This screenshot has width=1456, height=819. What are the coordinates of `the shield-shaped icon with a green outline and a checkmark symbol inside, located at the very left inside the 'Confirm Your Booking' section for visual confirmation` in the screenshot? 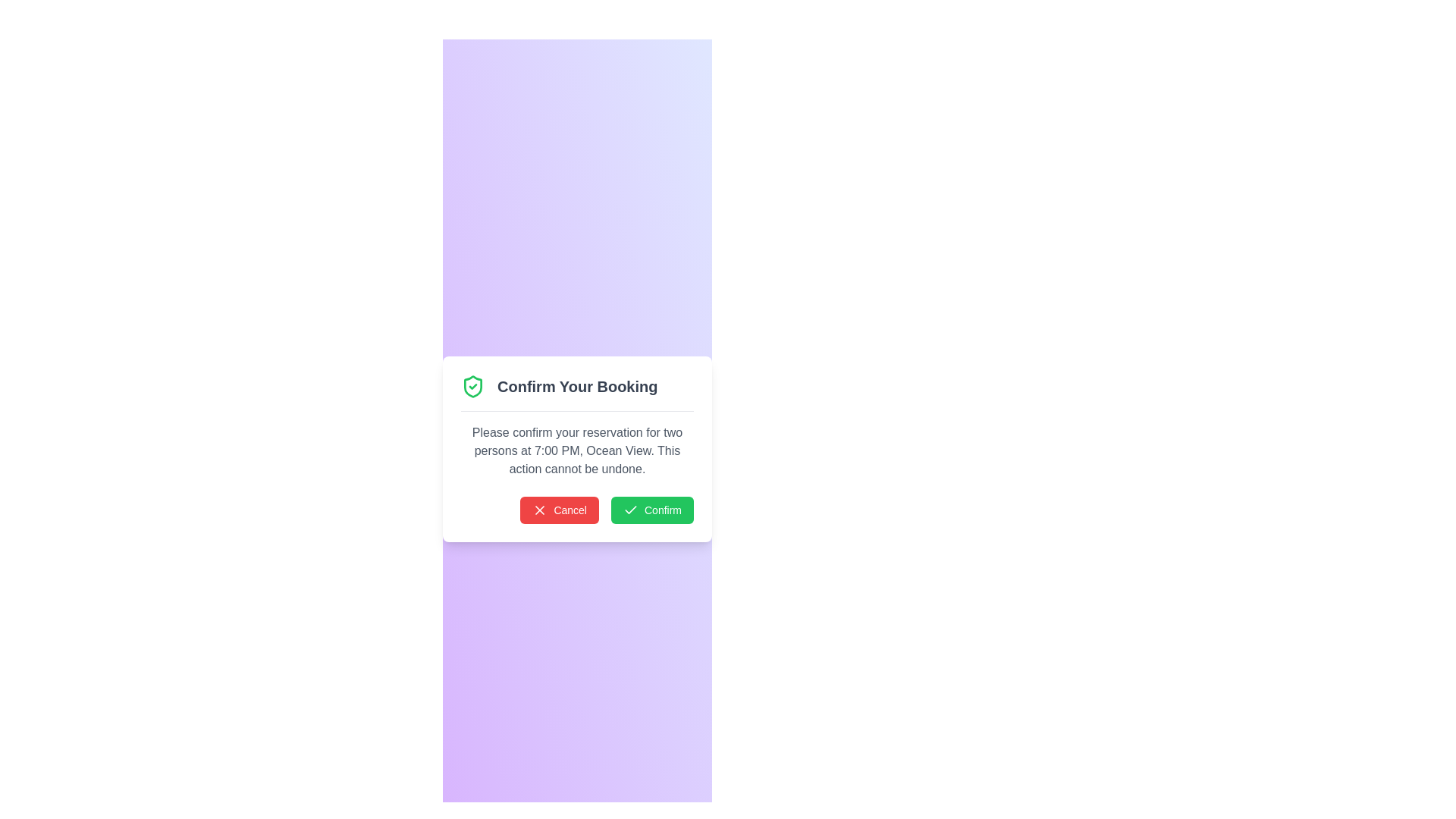 It's located at (472, 385).